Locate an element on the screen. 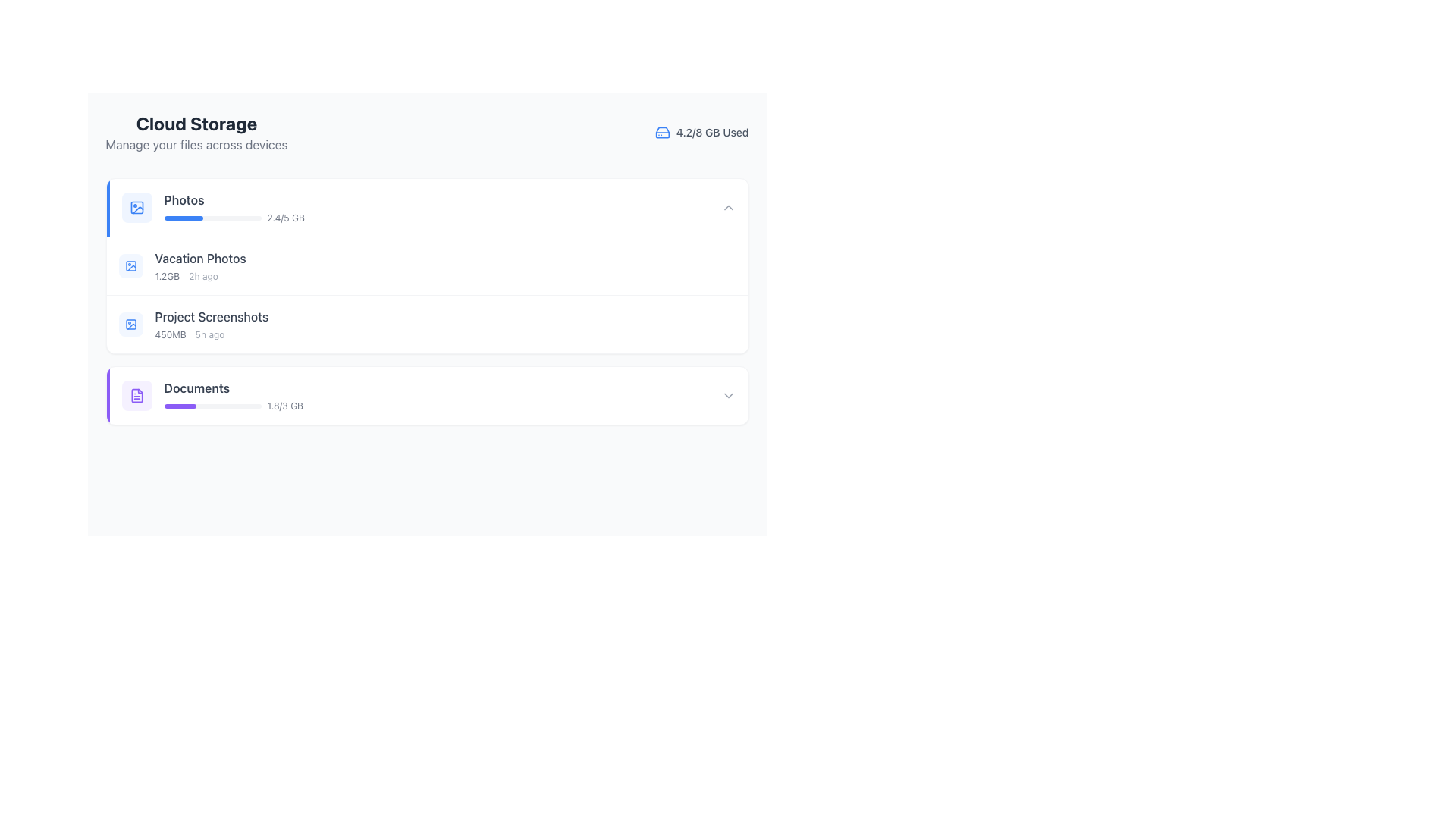  the downward-facing chevron icon, which is styled in light gray and located at the far right edge of the 'Documents' row is located at coordinates (728, 394).